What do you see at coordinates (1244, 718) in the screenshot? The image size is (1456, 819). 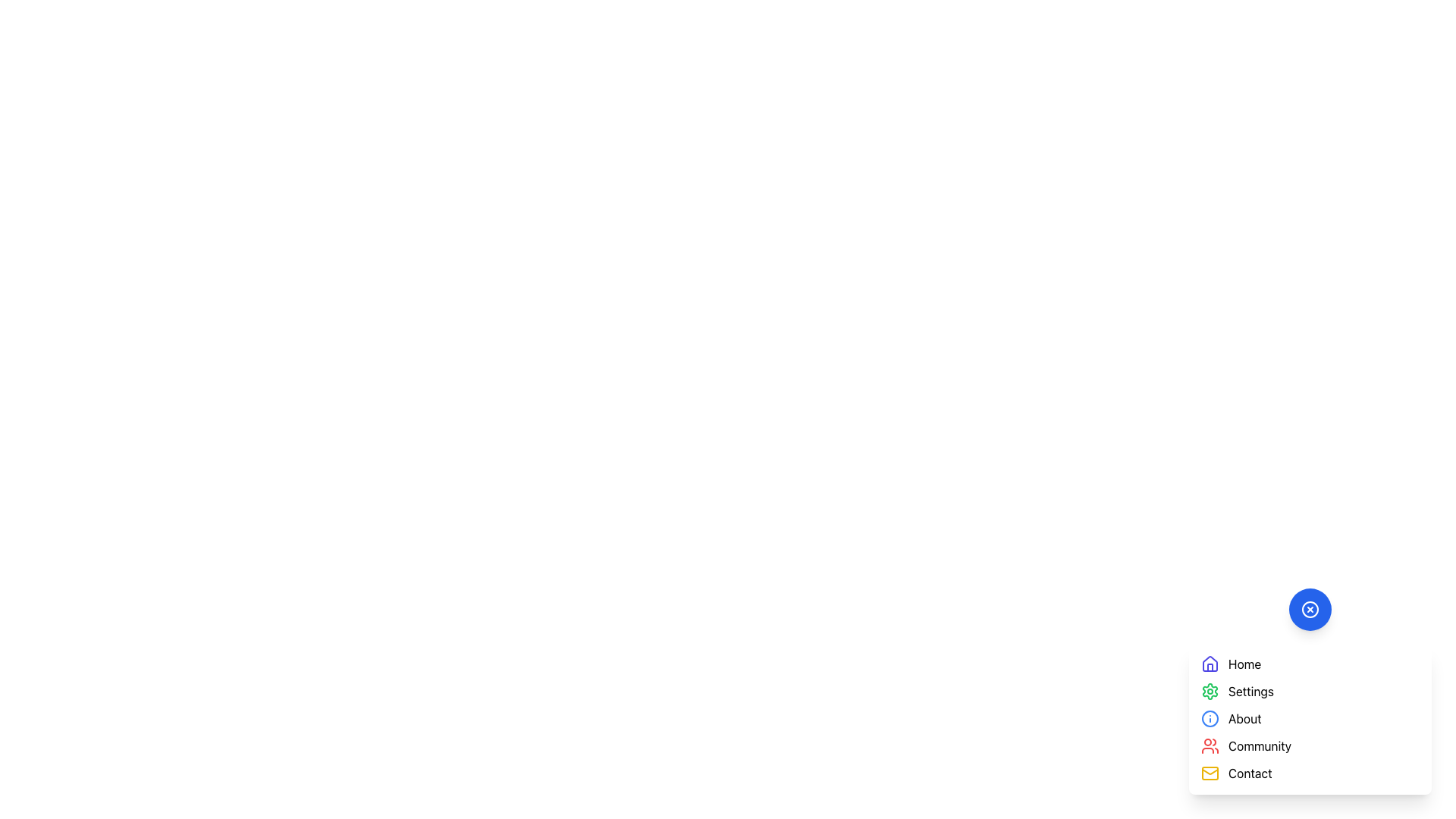 I see `the navigational menu option labeled 'About'` at bounding box center [1244, 718].